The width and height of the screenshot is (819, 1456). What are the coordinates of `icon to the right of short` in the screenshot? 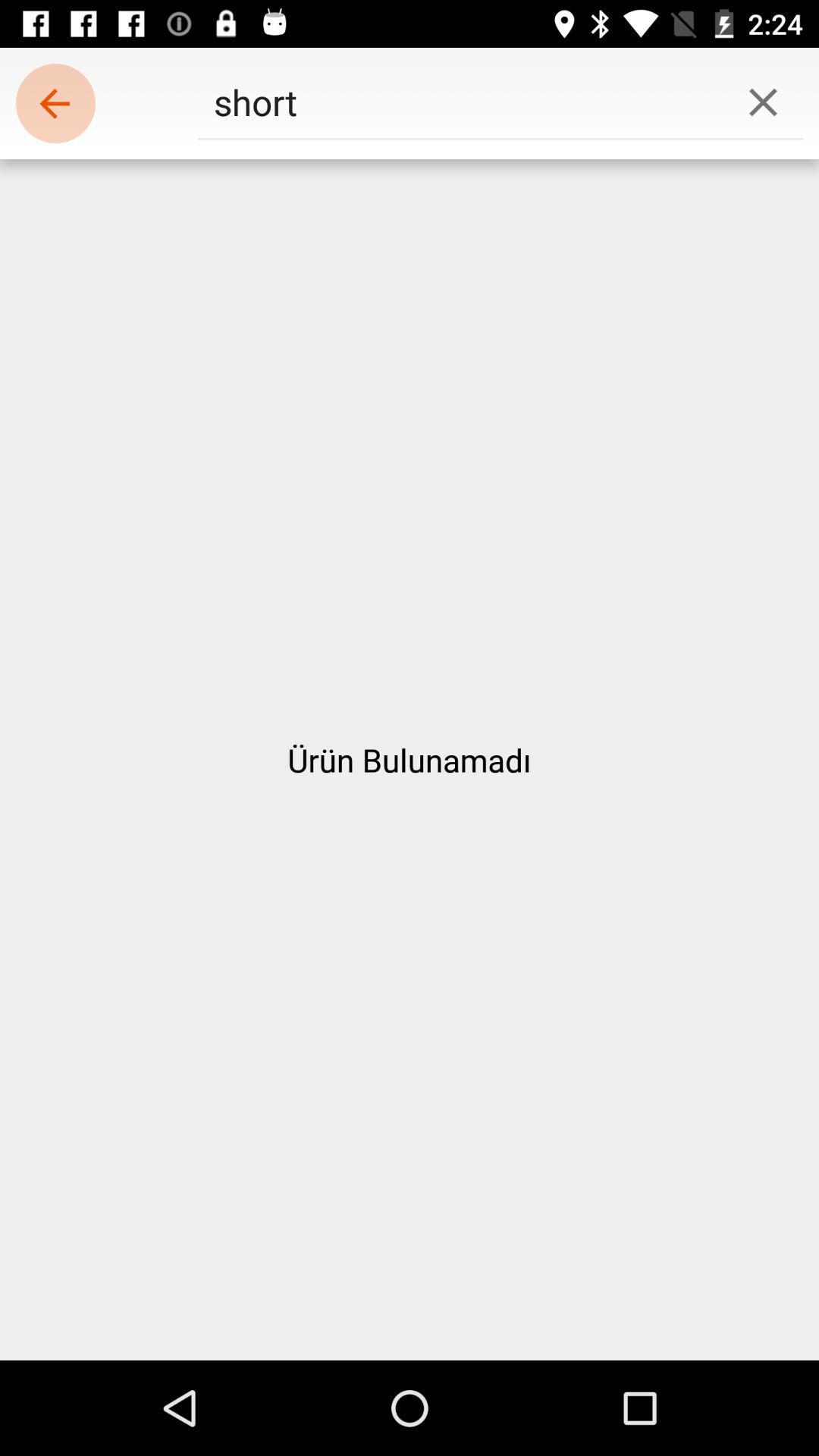 It's located at (763, 101).